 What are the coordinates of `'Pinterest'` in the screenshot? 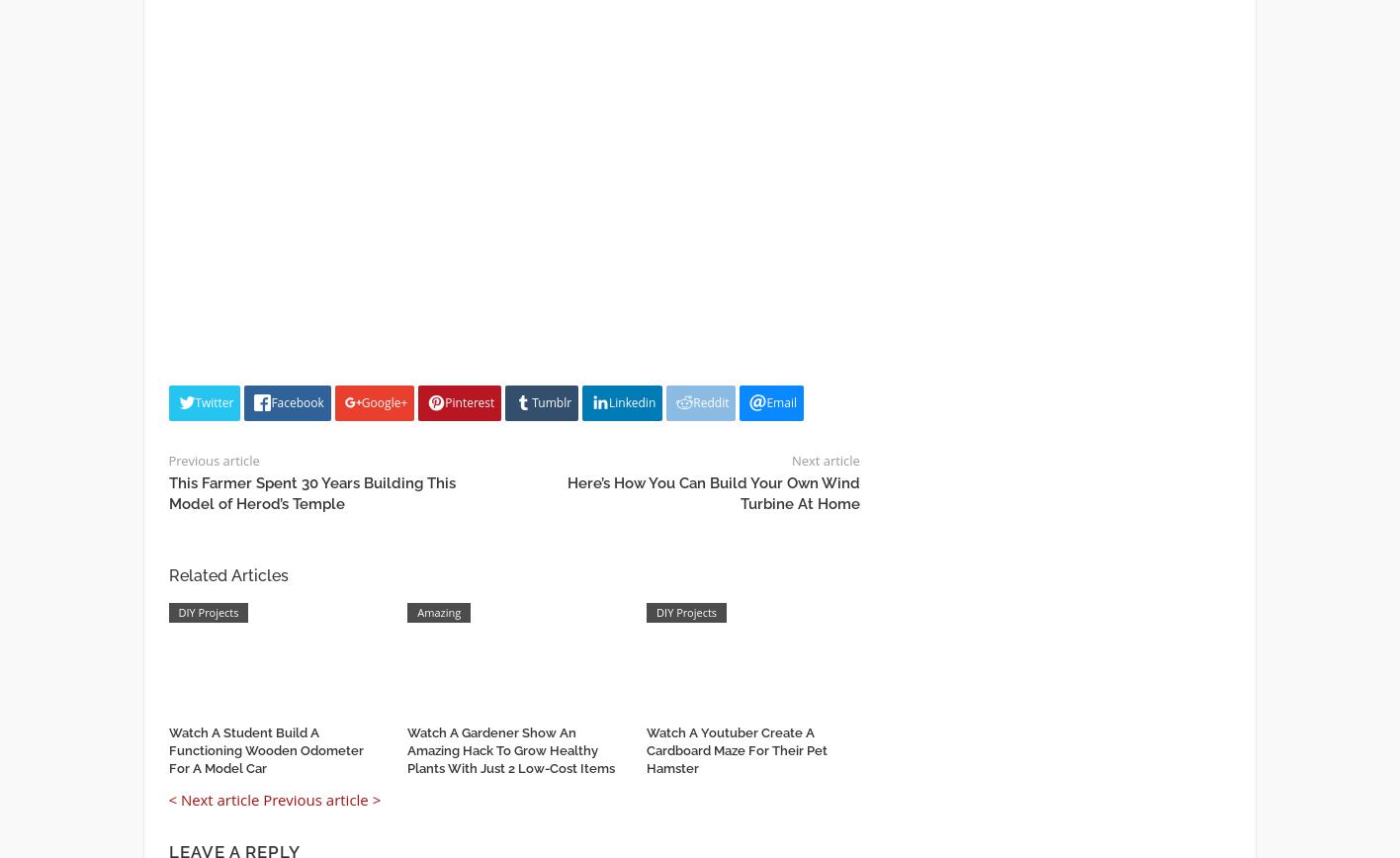 It's located at (470, 401).